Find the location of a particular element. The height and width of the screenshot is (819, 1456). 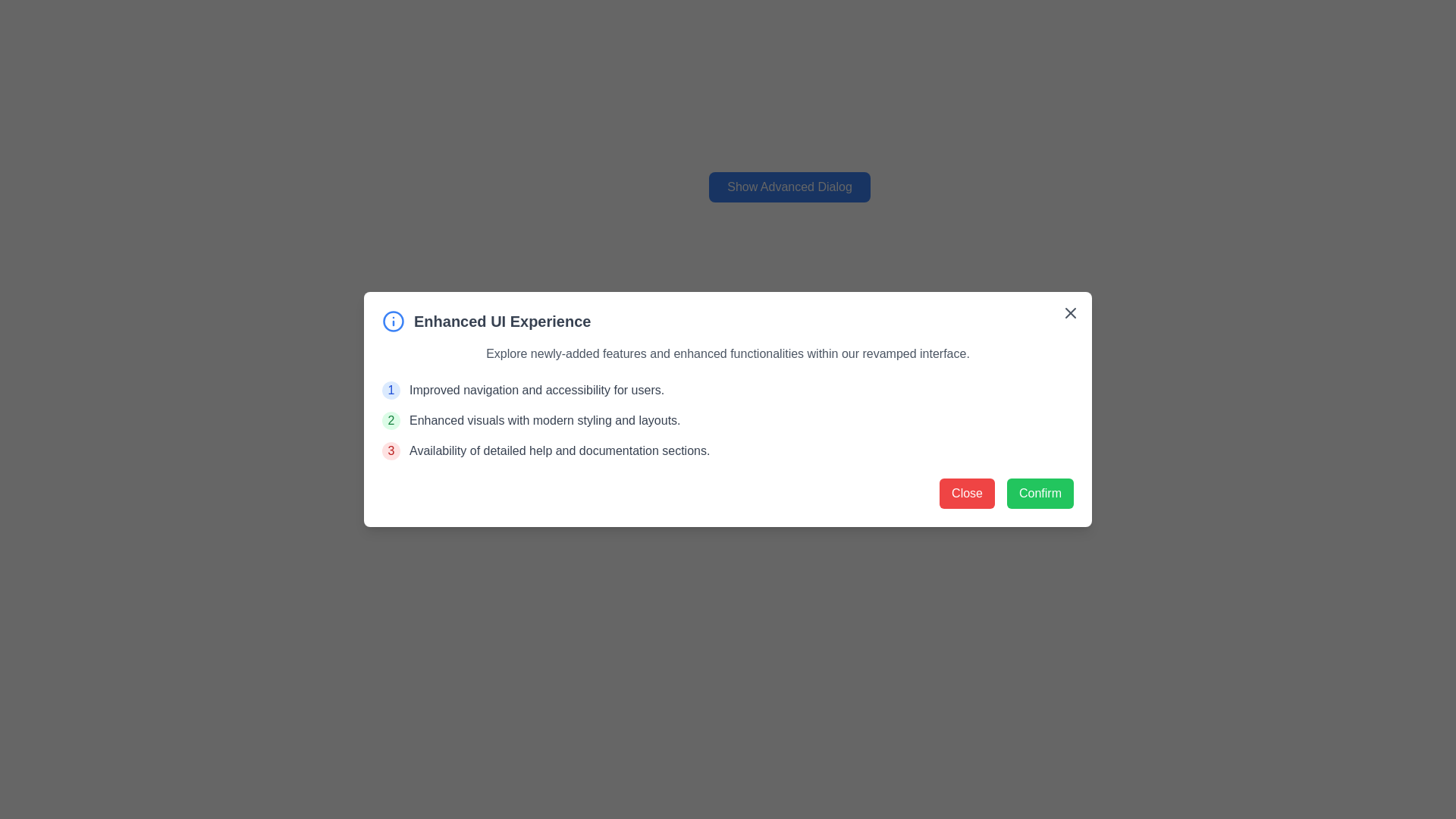

the bold text heading labeled 'Enhanced UI Experience', which is styled prominently in dark gray and located near the top-left of the modal dialog window is located at coordinates (502, 321).